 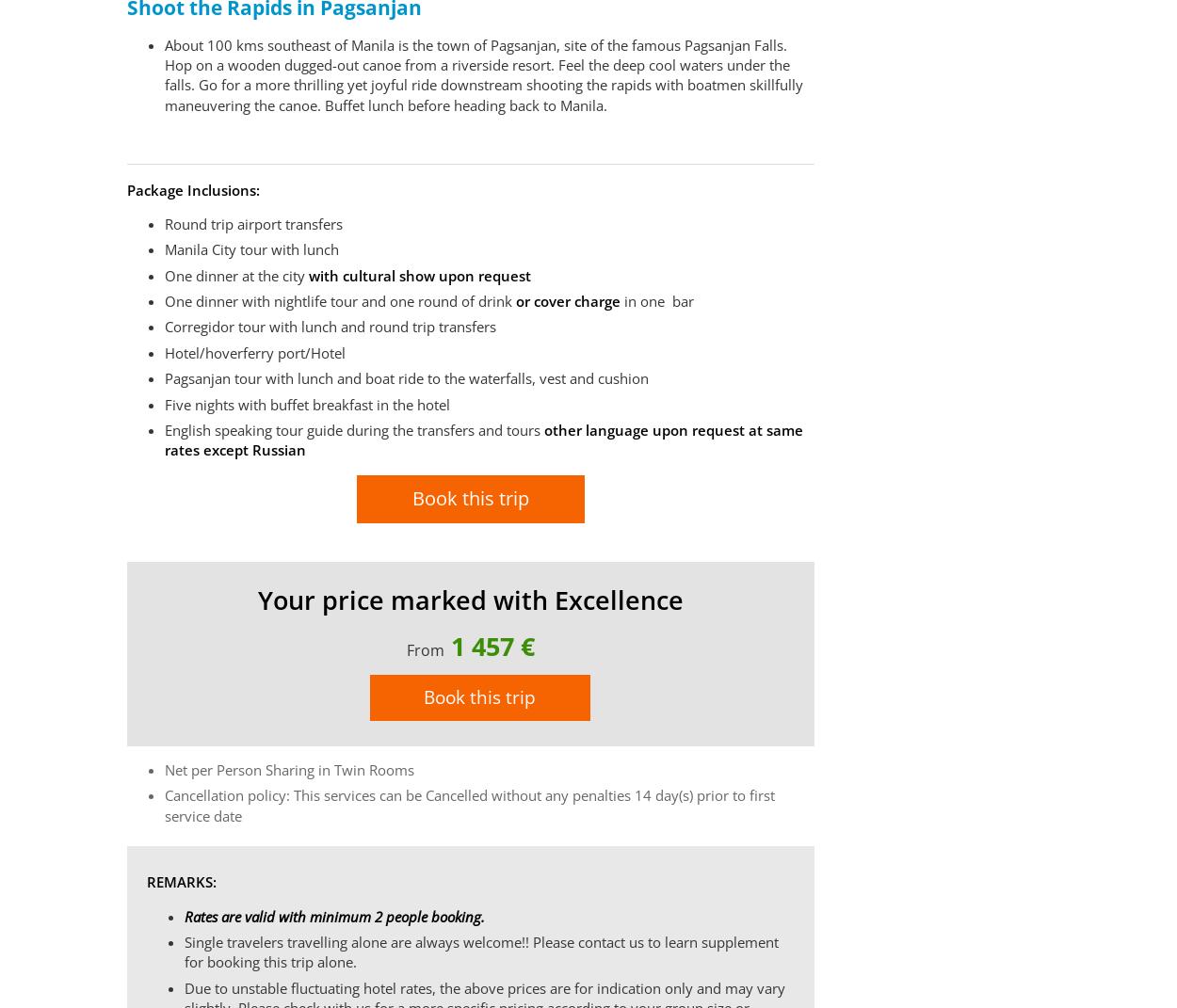 I want to click on 'Cancellation policy: This services can be Cancelled without any penalties 14 day(s) prior to first service date', so click(x=469, y=805).